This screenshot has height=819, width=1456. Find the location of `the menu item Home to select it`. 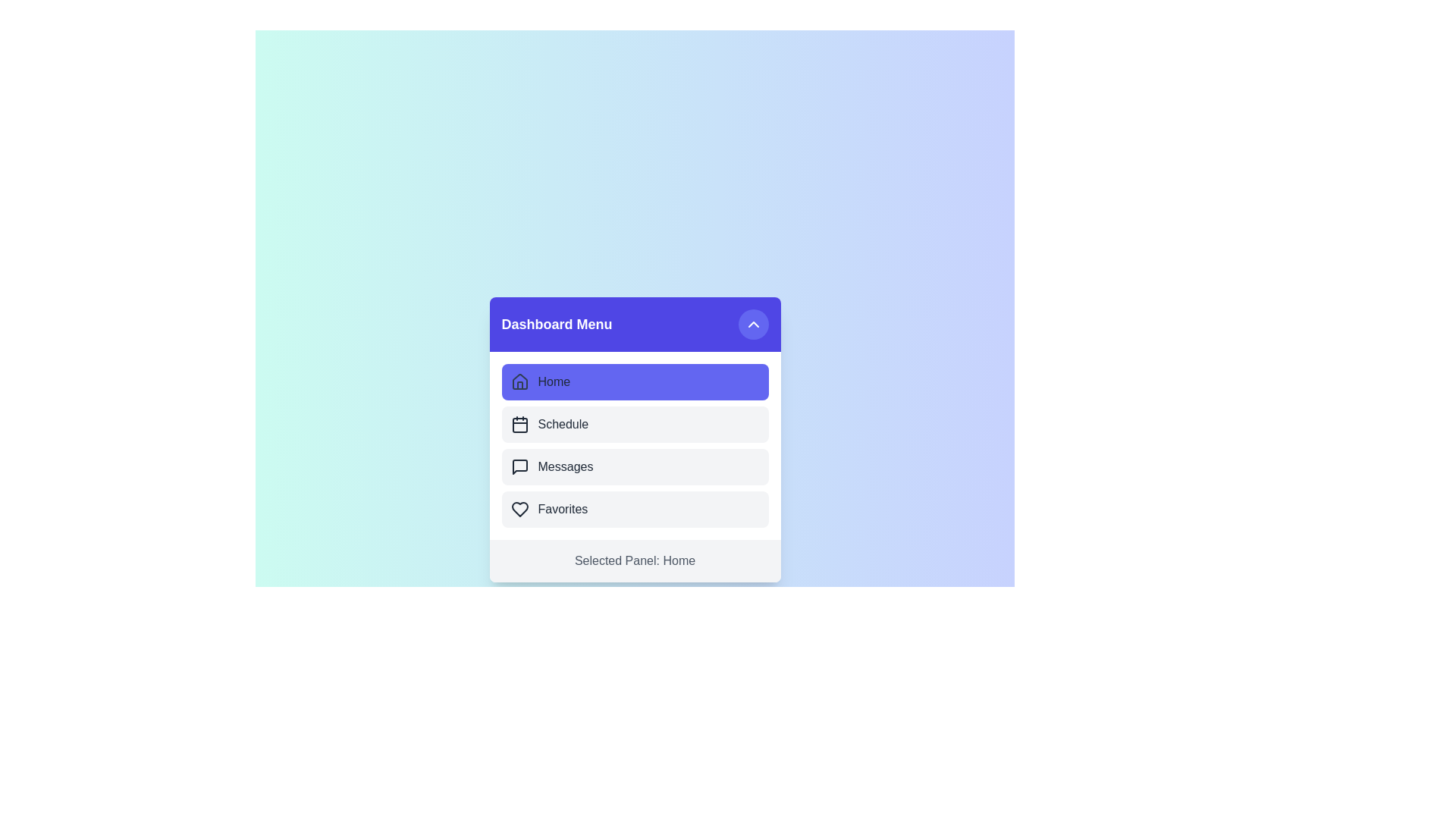

the menu item Home to select it is located at coordinates (635, 381).